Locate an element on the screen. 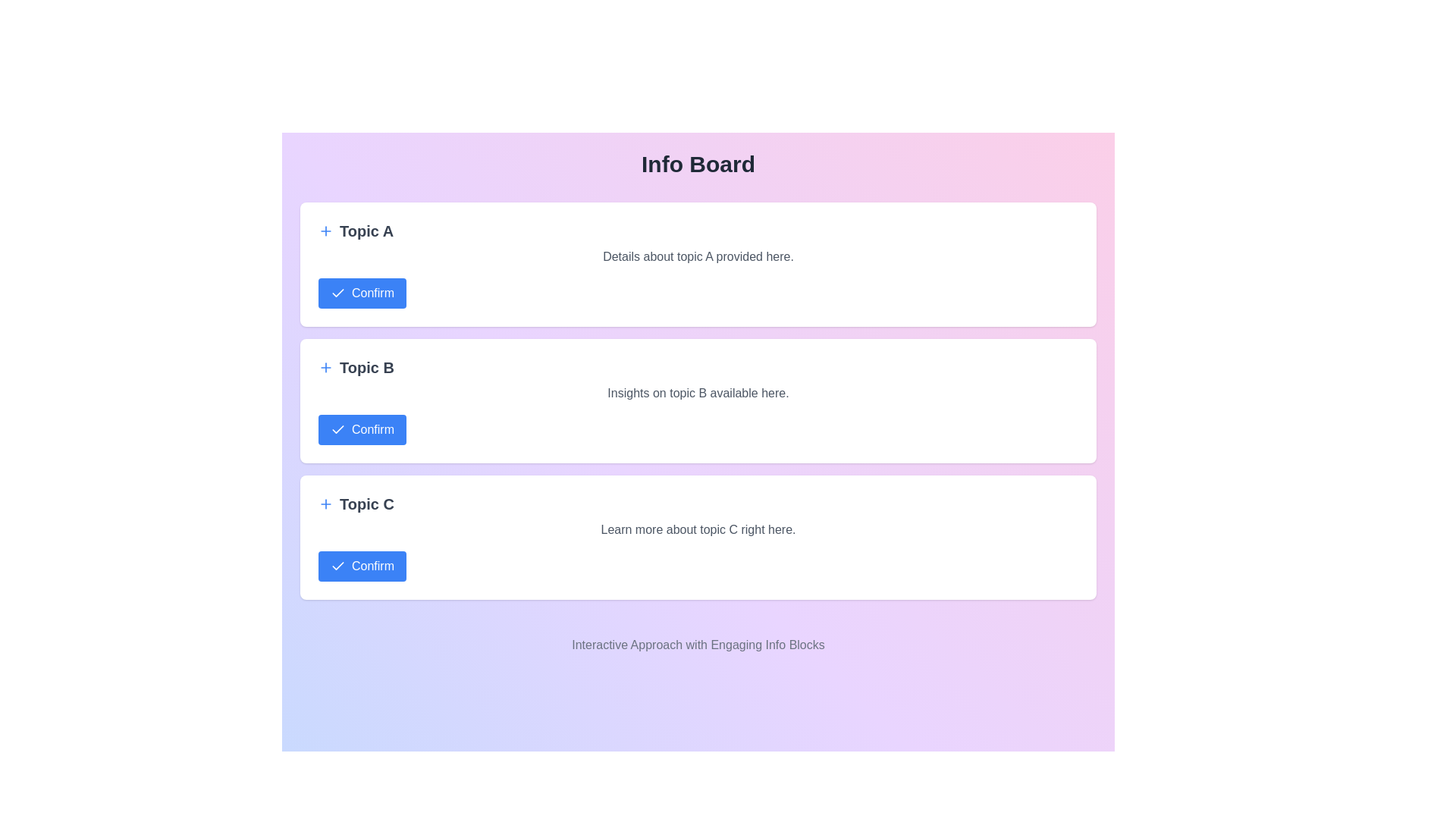 The image size is (1456, 819). the Text label providing additional information about 'Topic B', which is positioned below the heading 'Topic B' and above the 'Confirm' button is located at coordinates (698, 393).